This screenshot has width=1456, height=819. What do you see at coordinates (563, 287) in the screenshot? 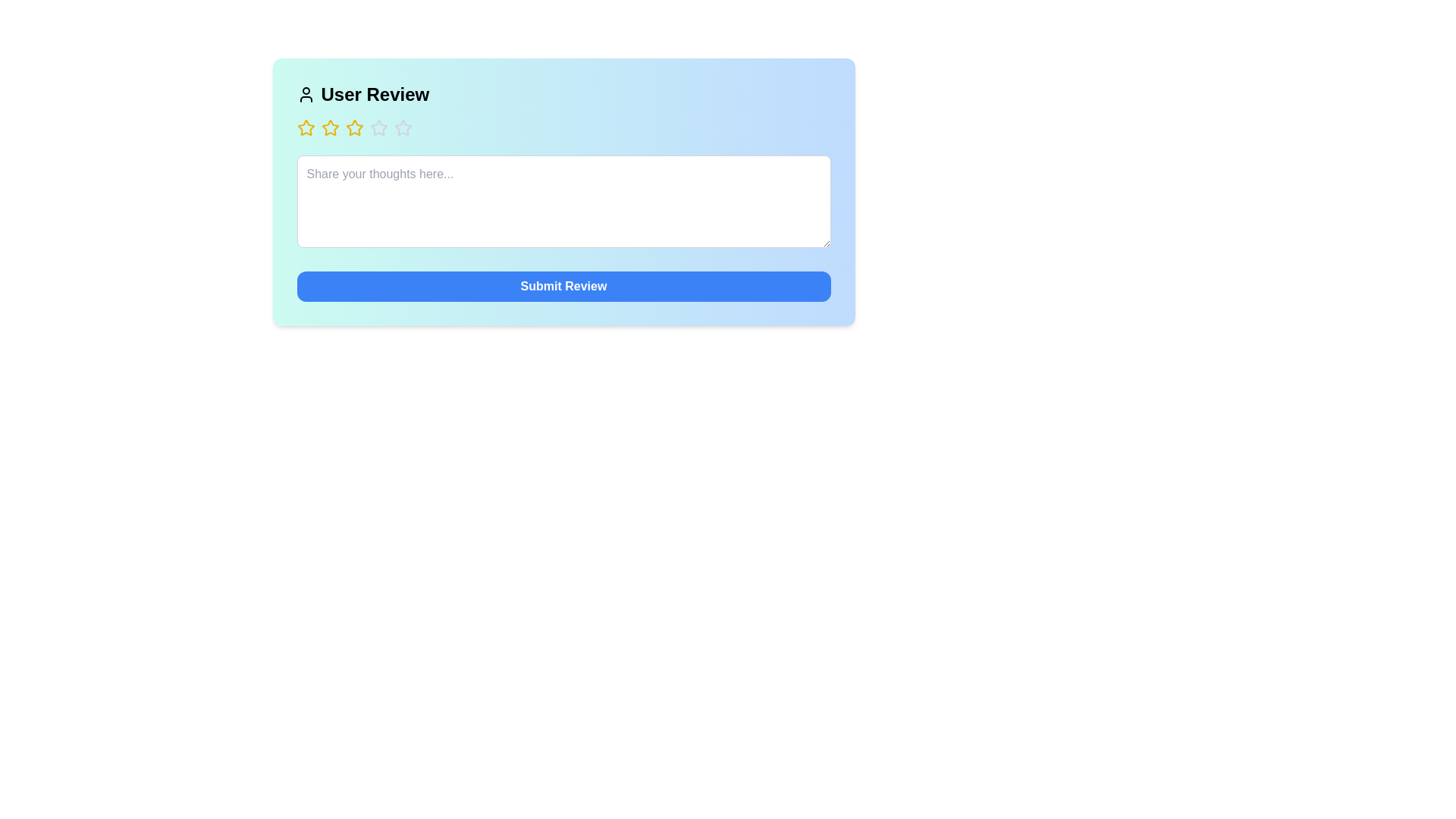
I see `'Submit Review' button` at bounding box center [563, 287].